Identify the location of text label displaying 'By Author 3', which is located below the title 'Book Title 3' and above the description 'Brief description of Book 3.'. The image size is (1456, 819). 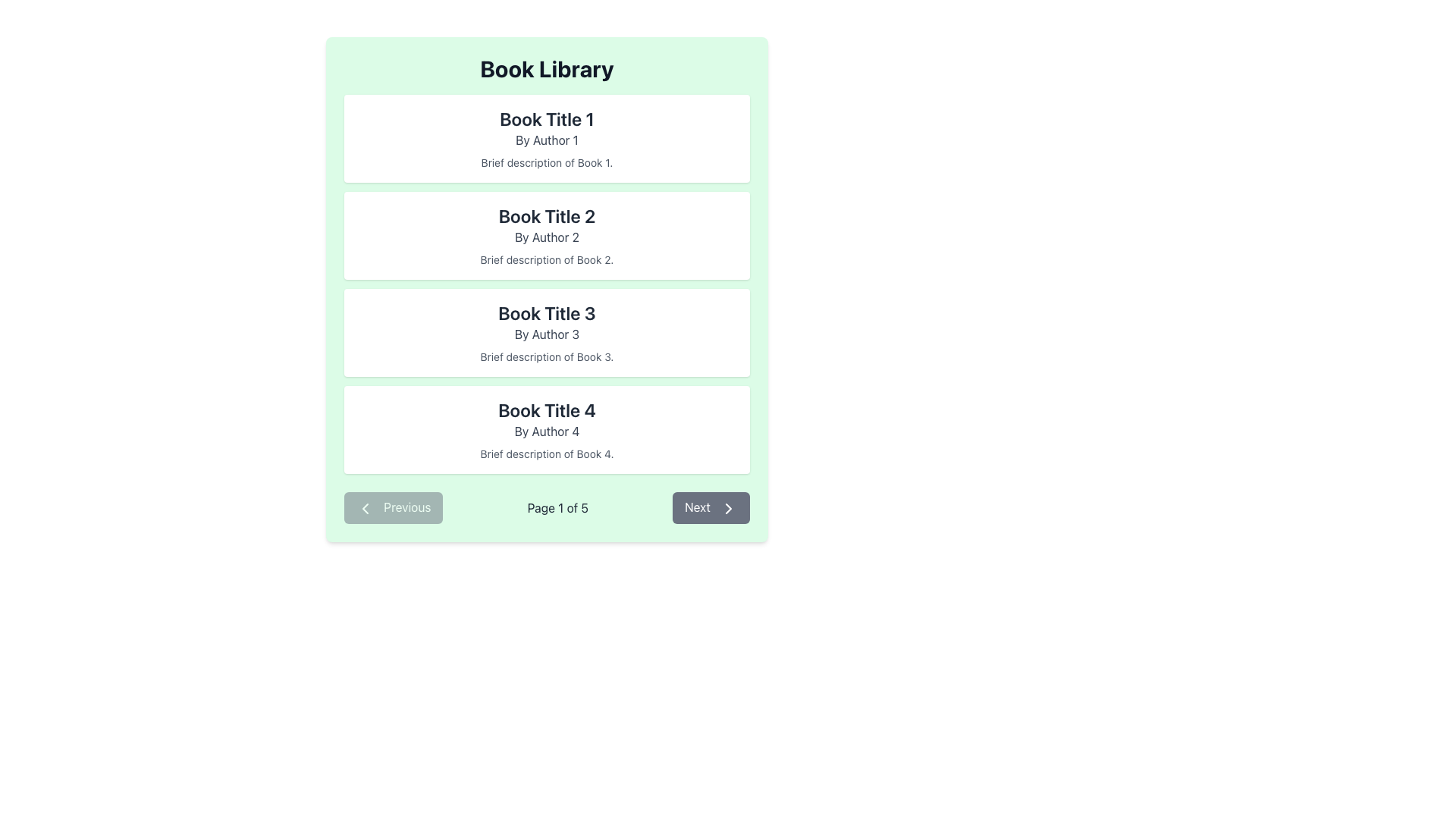
(546, 333).